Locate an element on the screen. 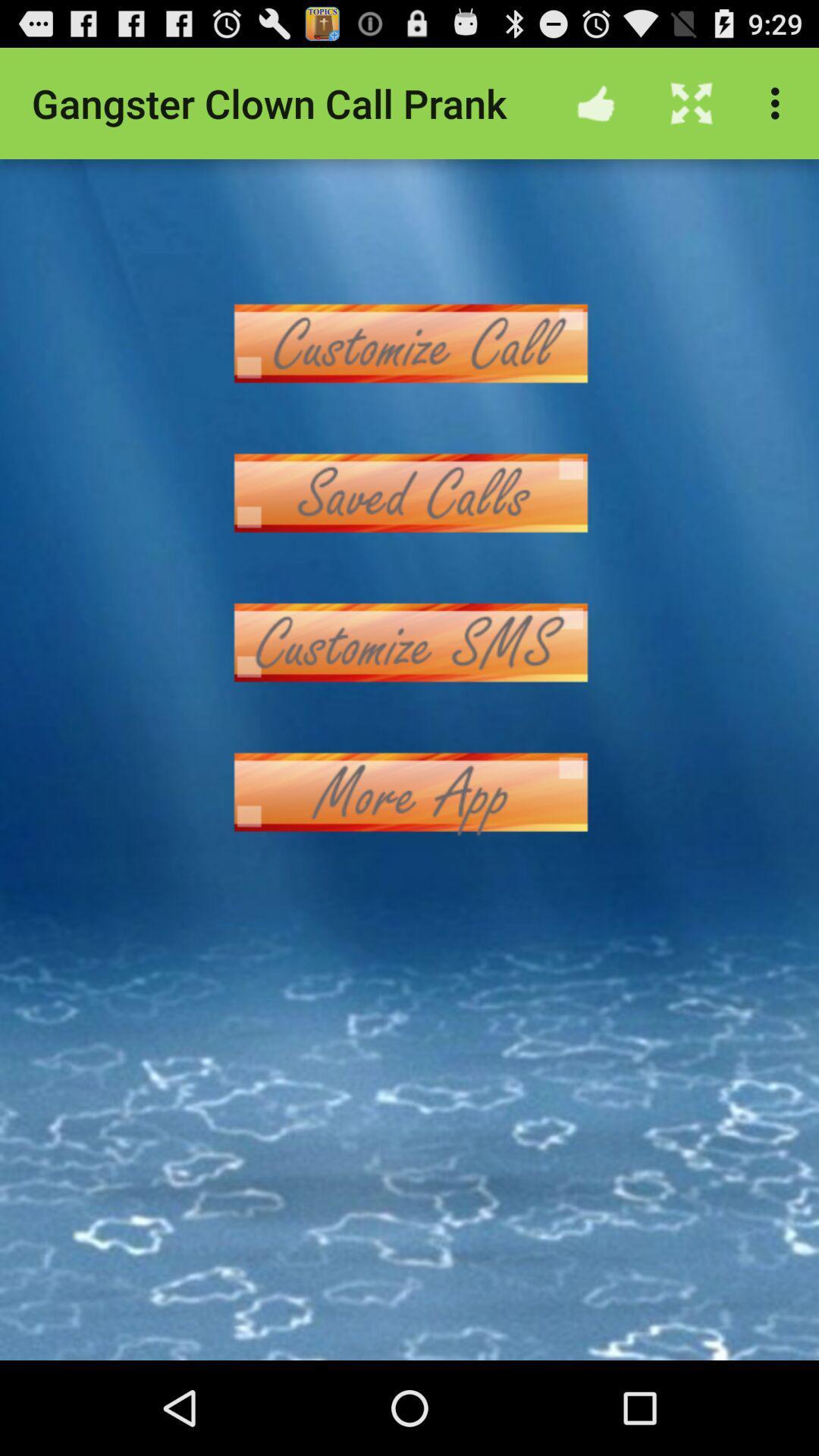  open a menu is located at coordinates (409, 493).